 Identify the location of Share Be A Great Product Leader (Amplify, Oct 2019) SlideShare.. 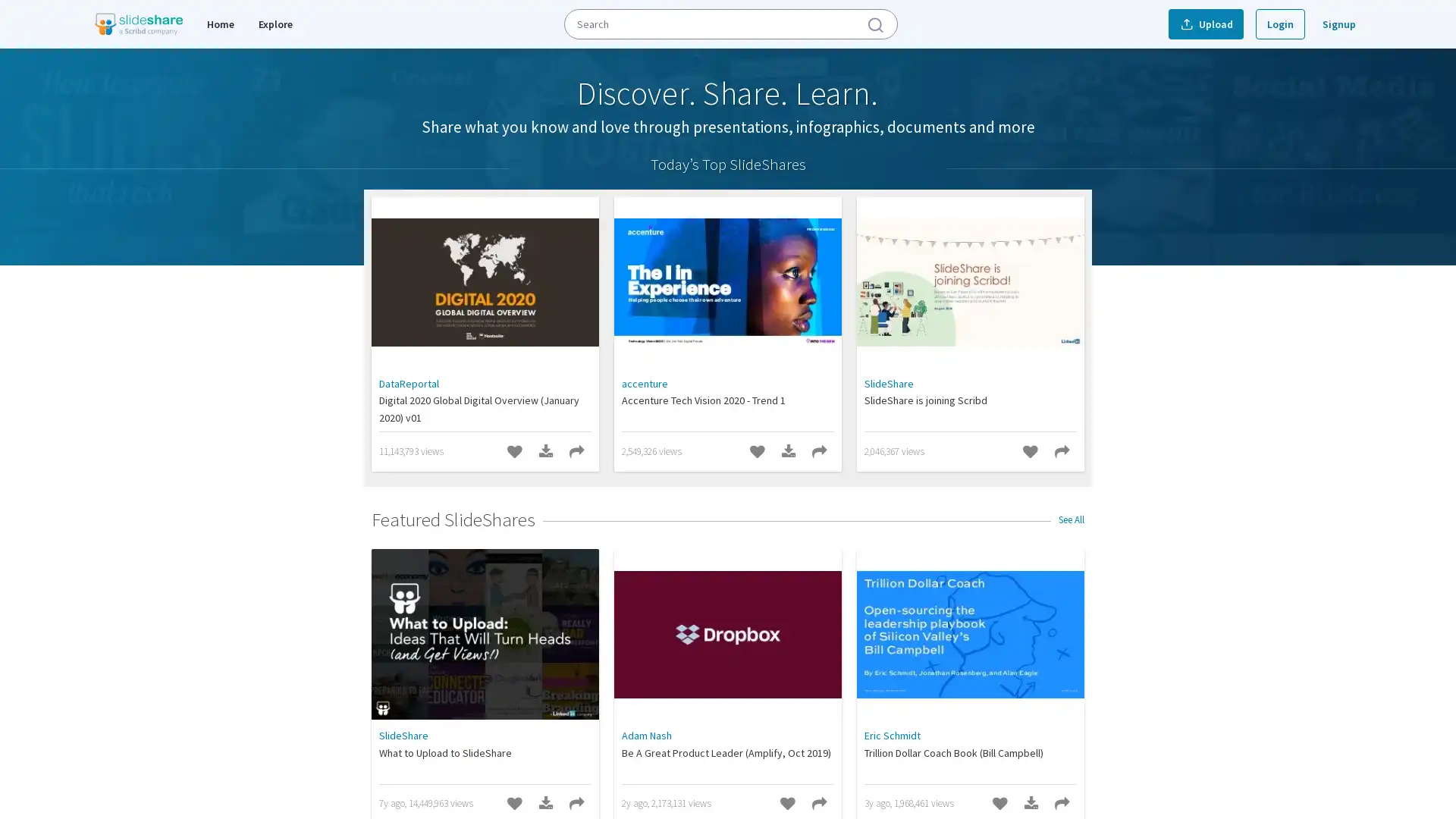
(818, 802).